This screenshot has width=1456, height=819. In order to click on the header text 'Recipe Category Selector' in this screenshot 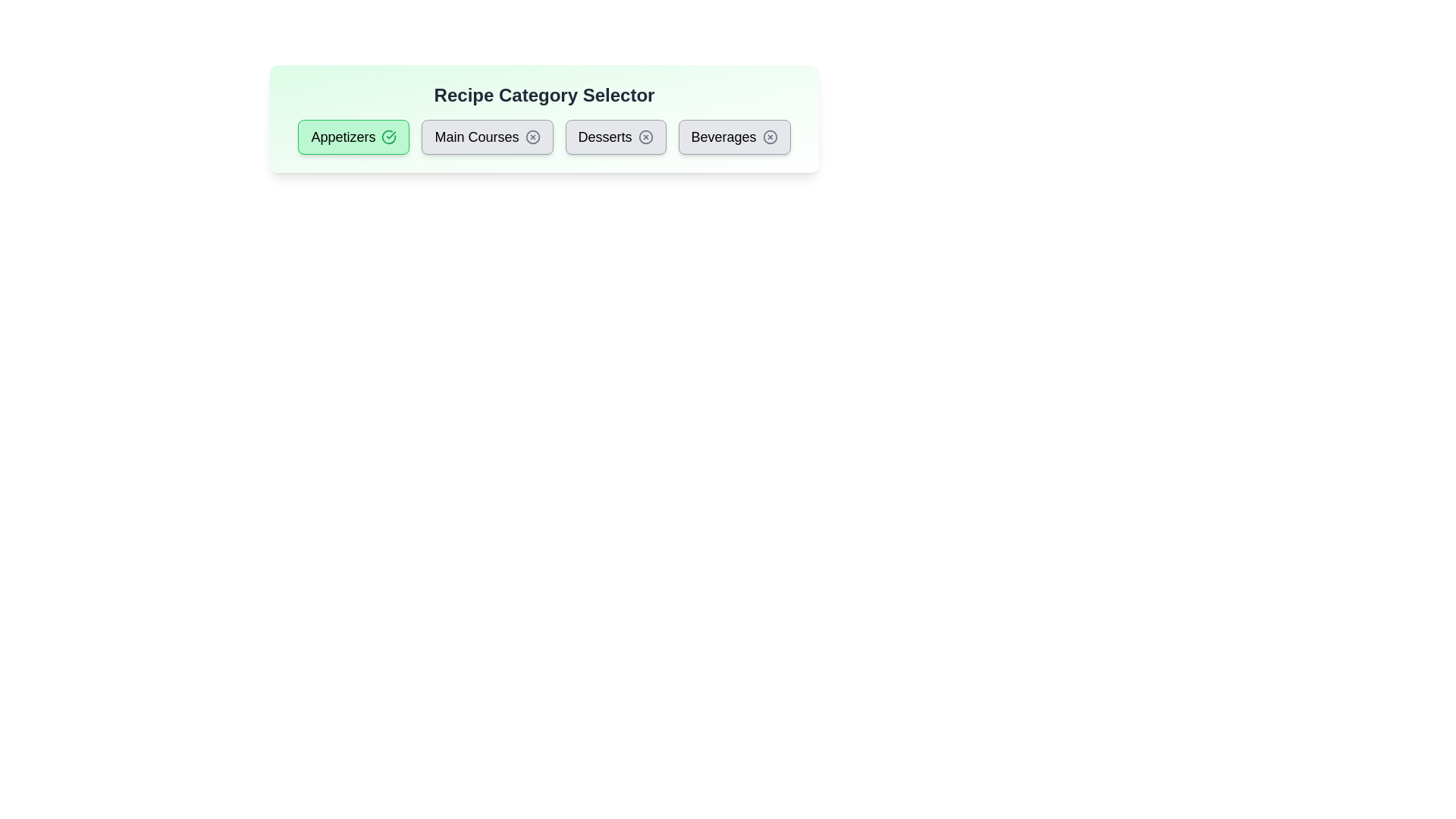, I will do `click(544, 96)`.